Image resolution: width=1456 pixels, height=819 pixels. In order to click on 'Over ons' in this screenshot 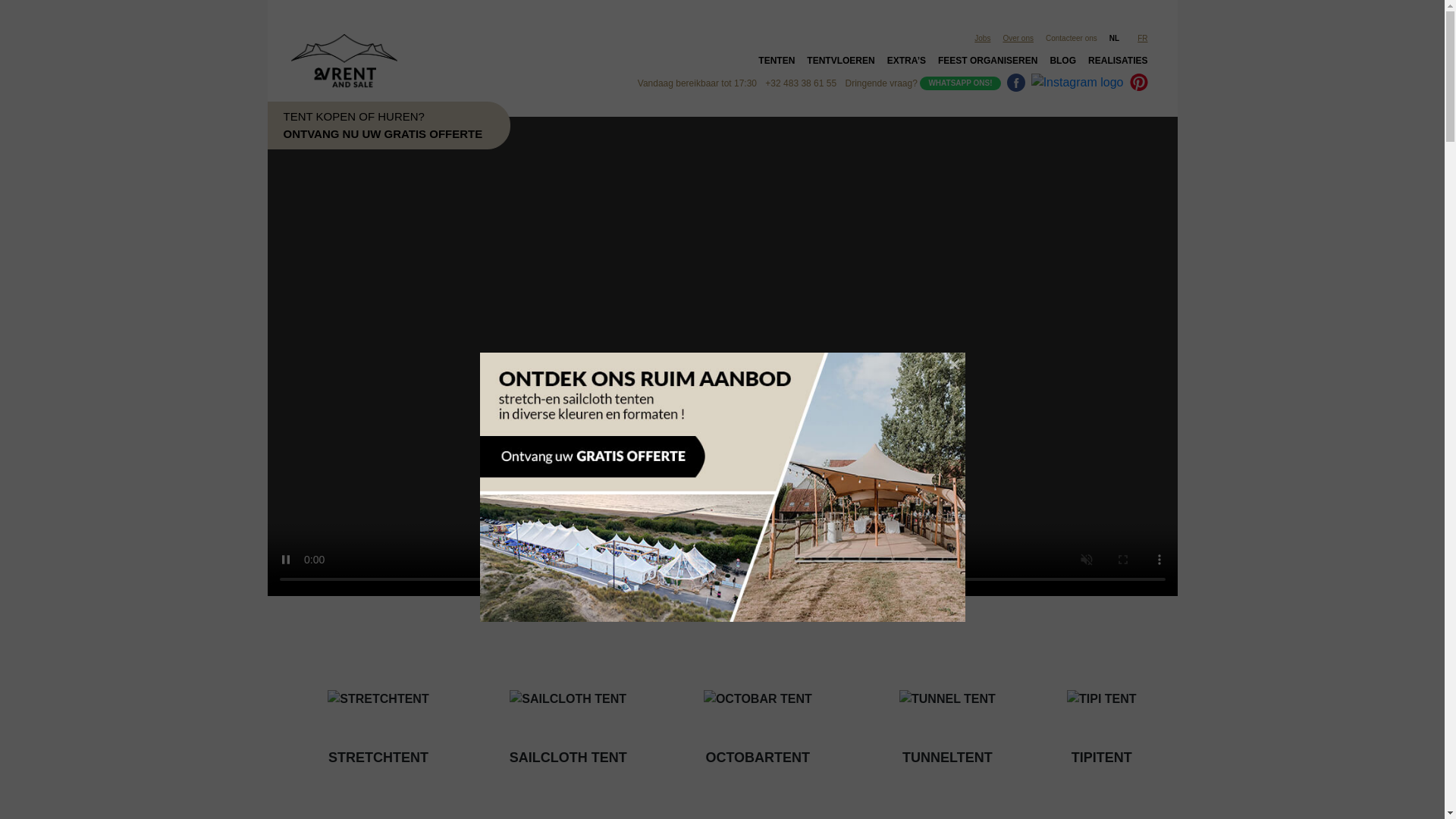, I will do `click(1018, 37)`.